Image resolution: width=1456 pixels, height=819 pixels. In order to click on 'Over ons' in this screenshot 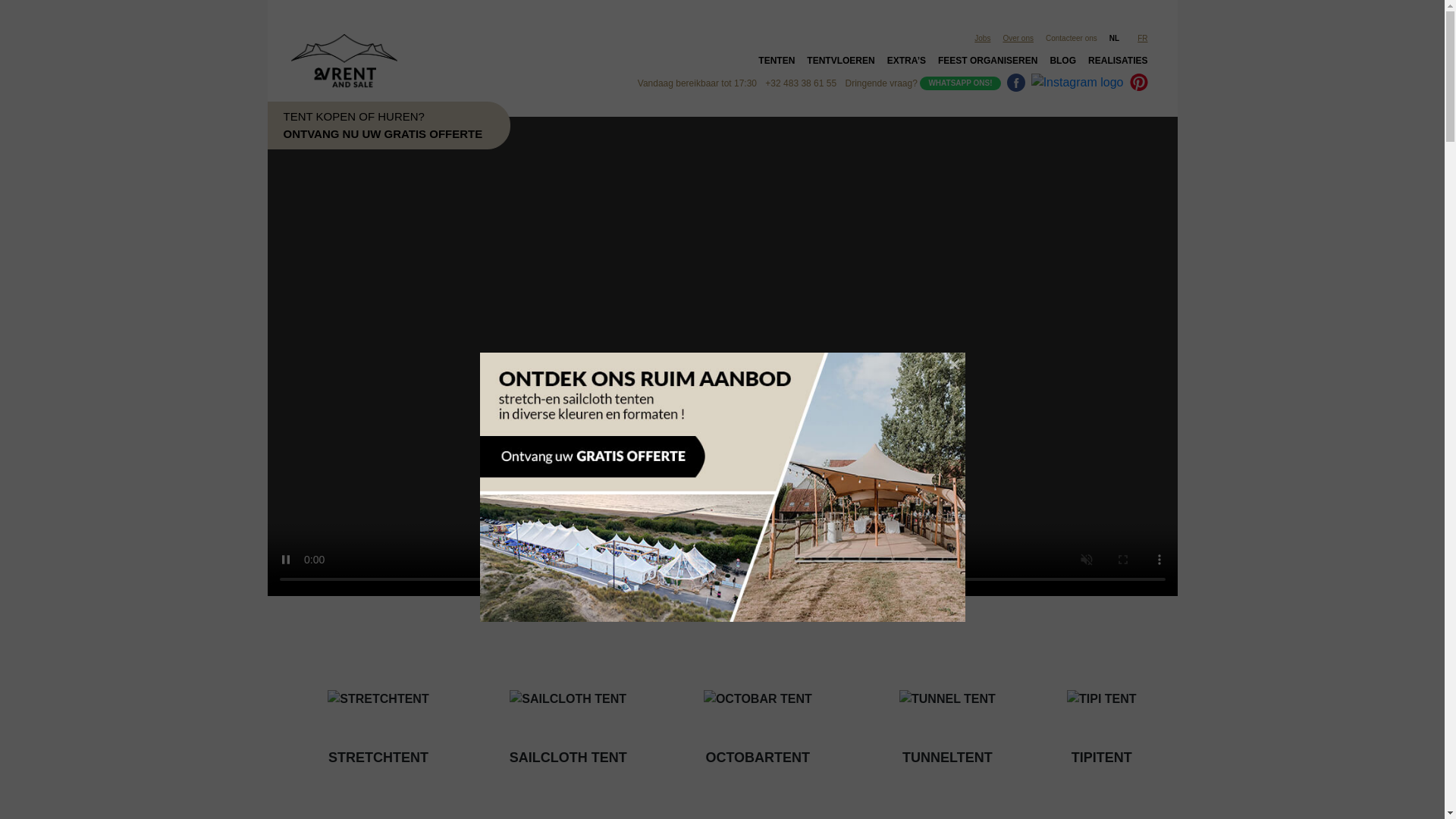, I will do `click(1018, 37)`.